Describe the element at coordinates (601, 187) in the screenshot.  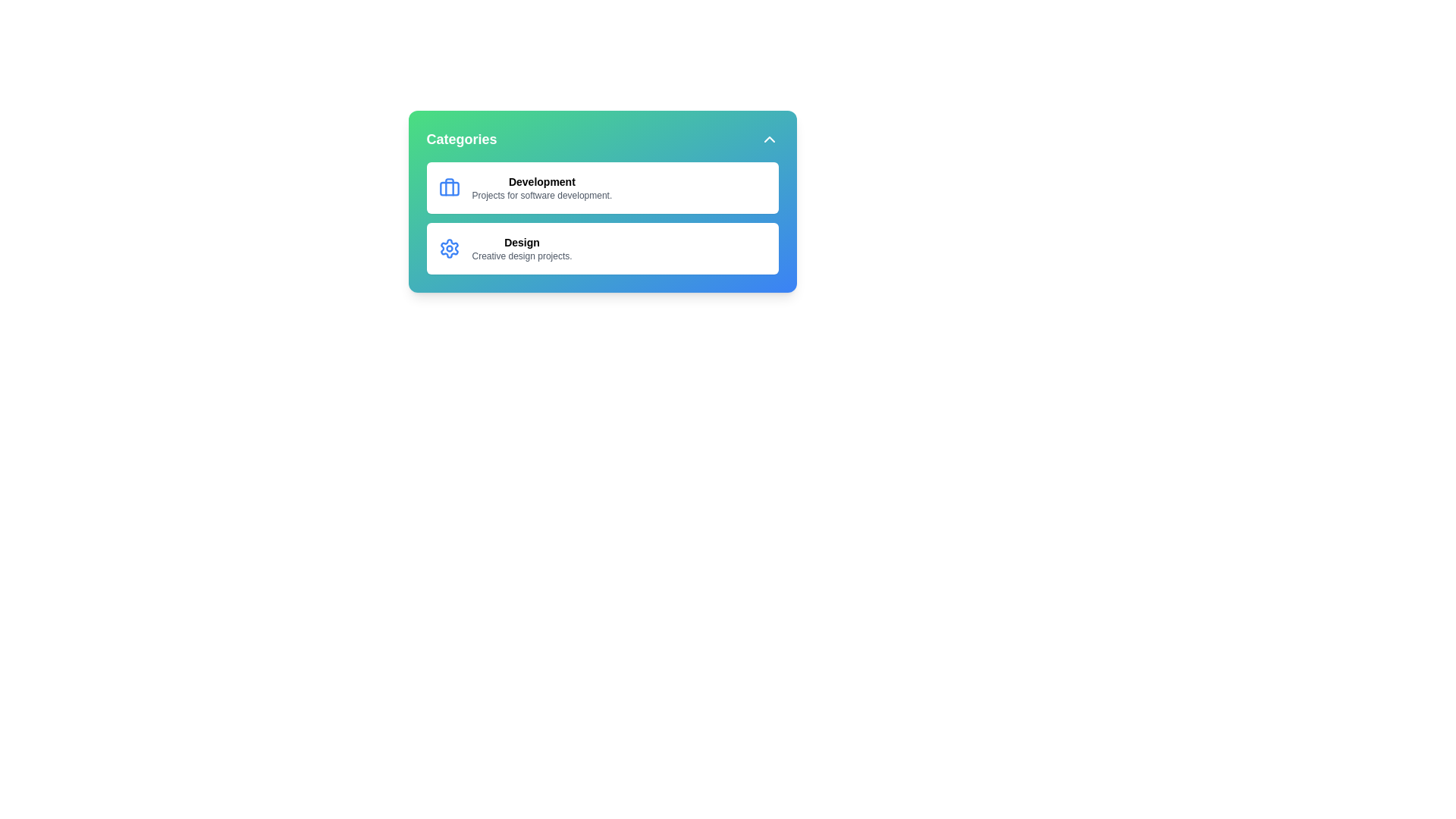
I see `the category Development to select it` at that location.